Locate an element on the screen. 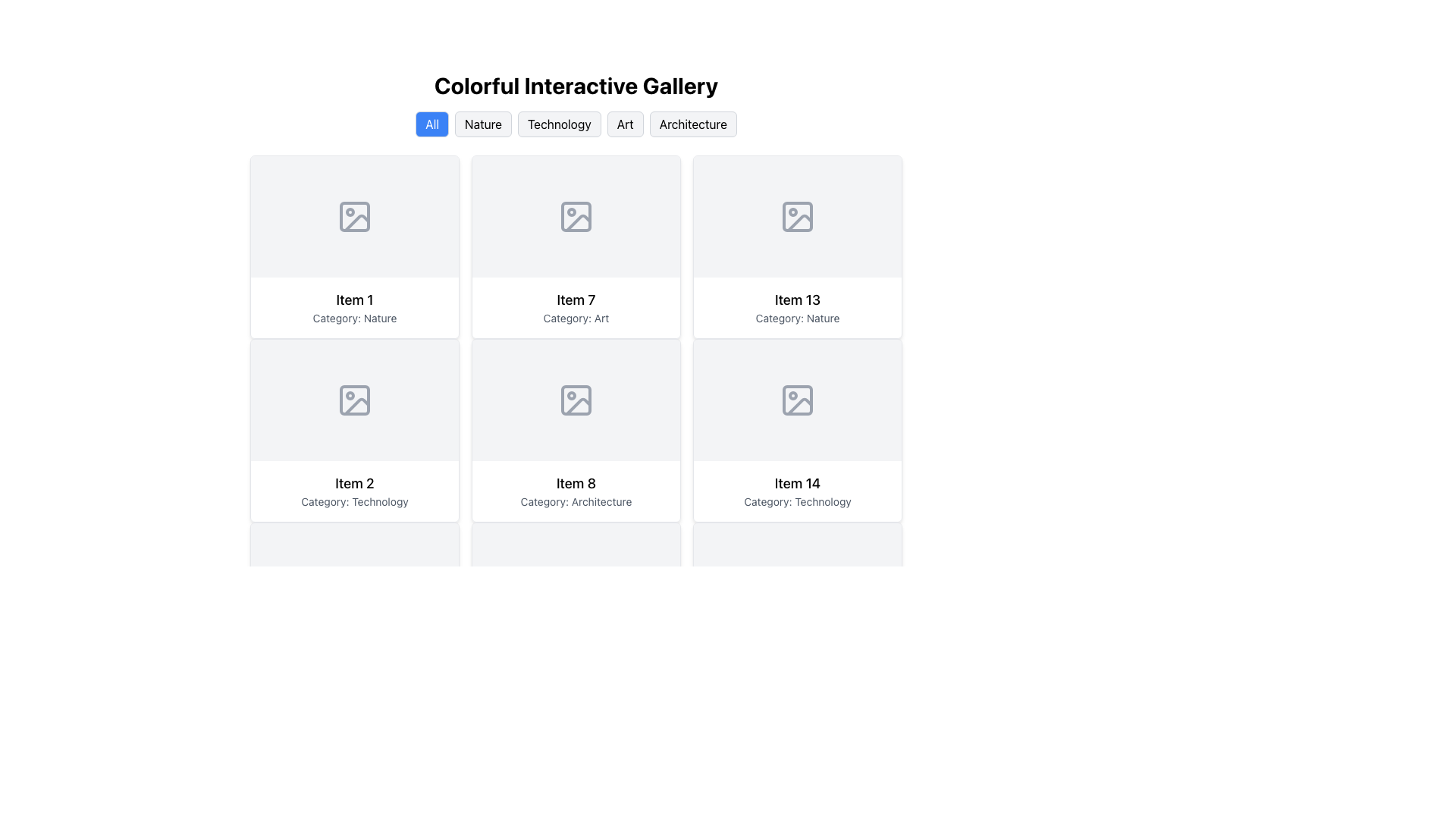 This screenshot has width=1456, height=819. the text label displaying 'Category: Nature', which is styled in gray and positioned beneath 'Item 13' in the grid layout is located at coordinates (796, 318).